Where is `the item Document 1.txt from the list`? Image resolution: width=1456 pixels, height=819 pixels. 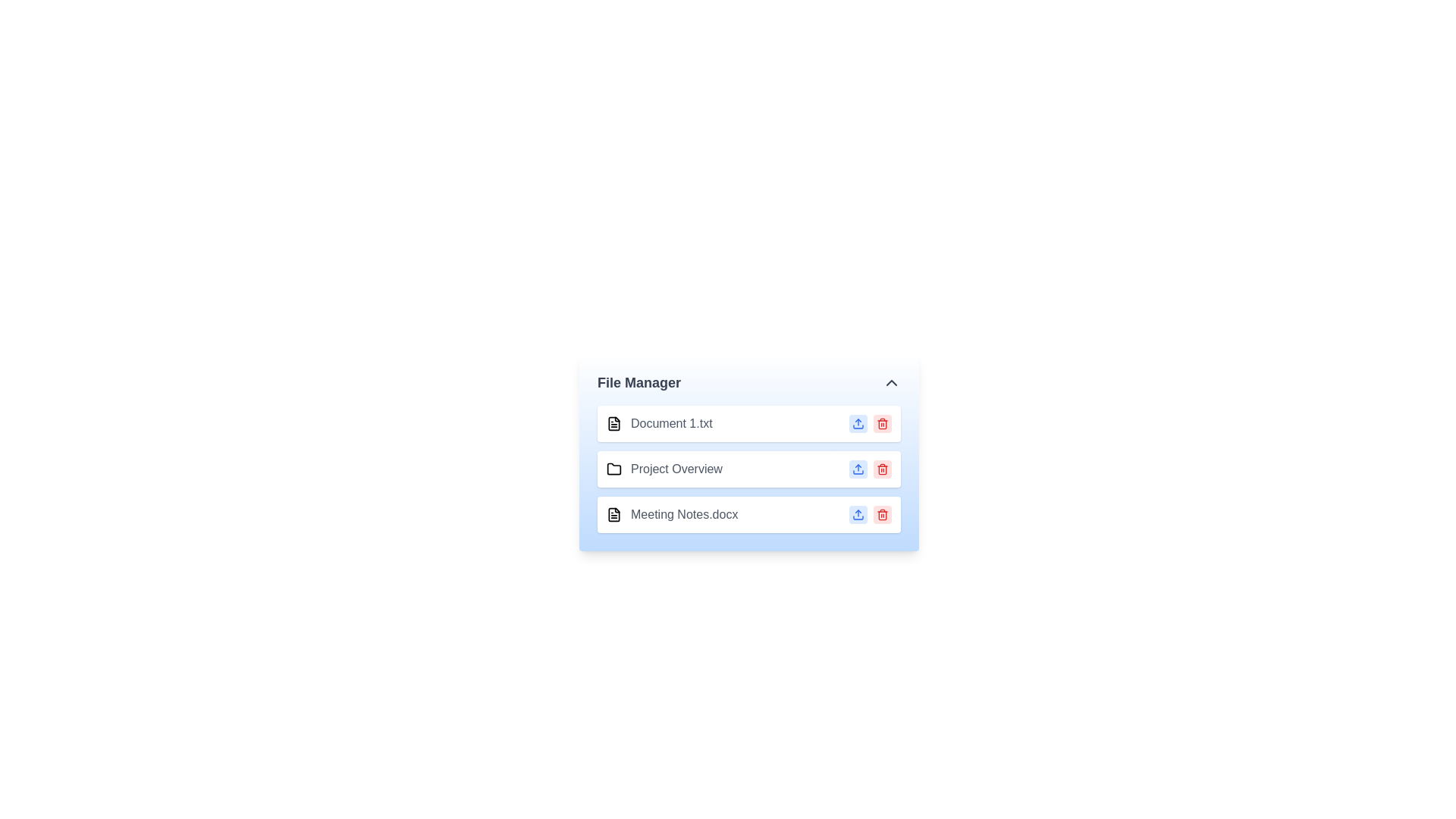
the item Document 1.txt from the list is located at coordinates (658, 424).